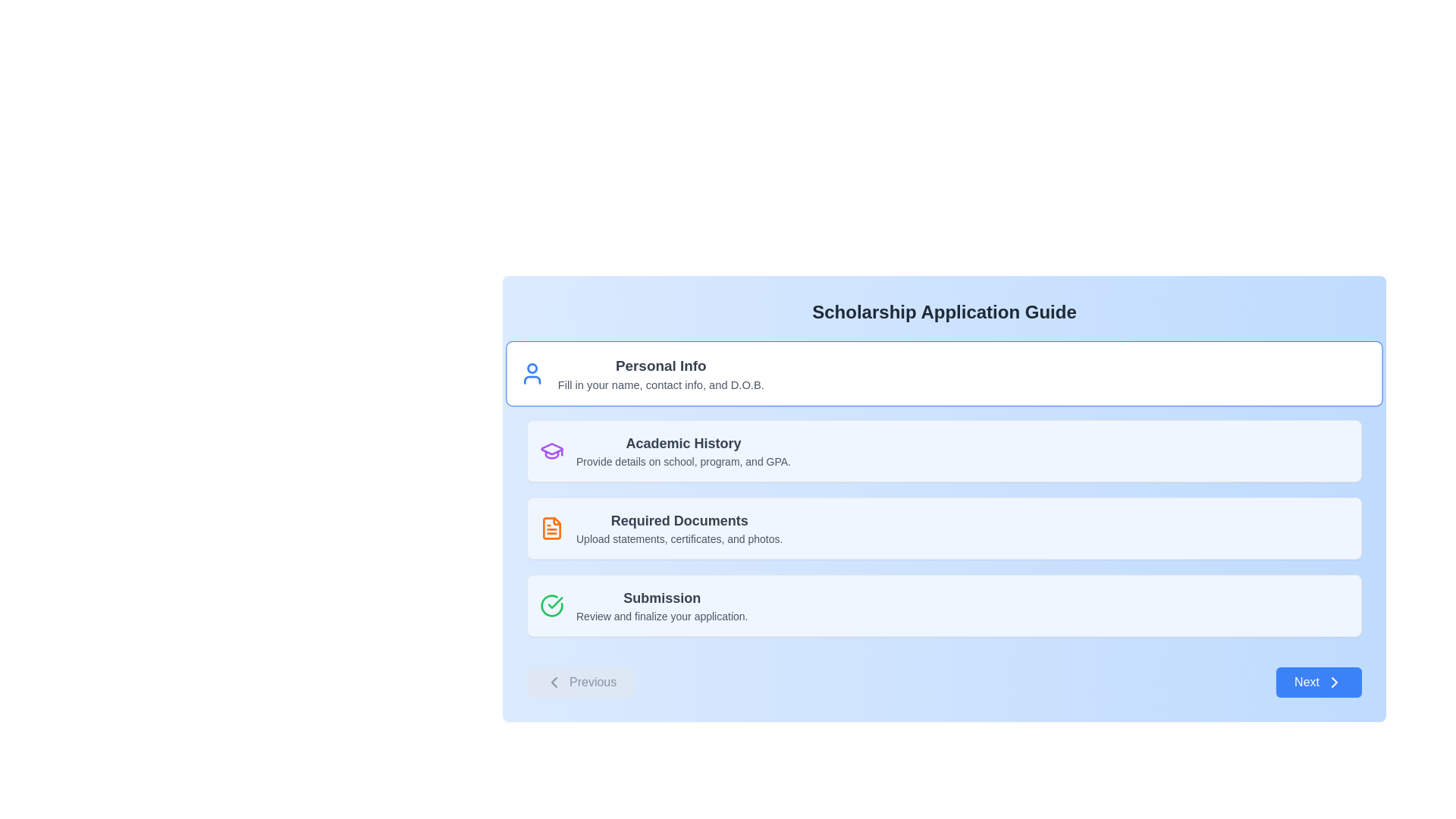 The height and width of the screenshot is (819, 1456). Describe the element at coordinates (551, 528) in the screenshot. I see `the orange document icon with a folded top right corner and three horizontal lines, located in the 'Required Documents' section of the main list` at that location.